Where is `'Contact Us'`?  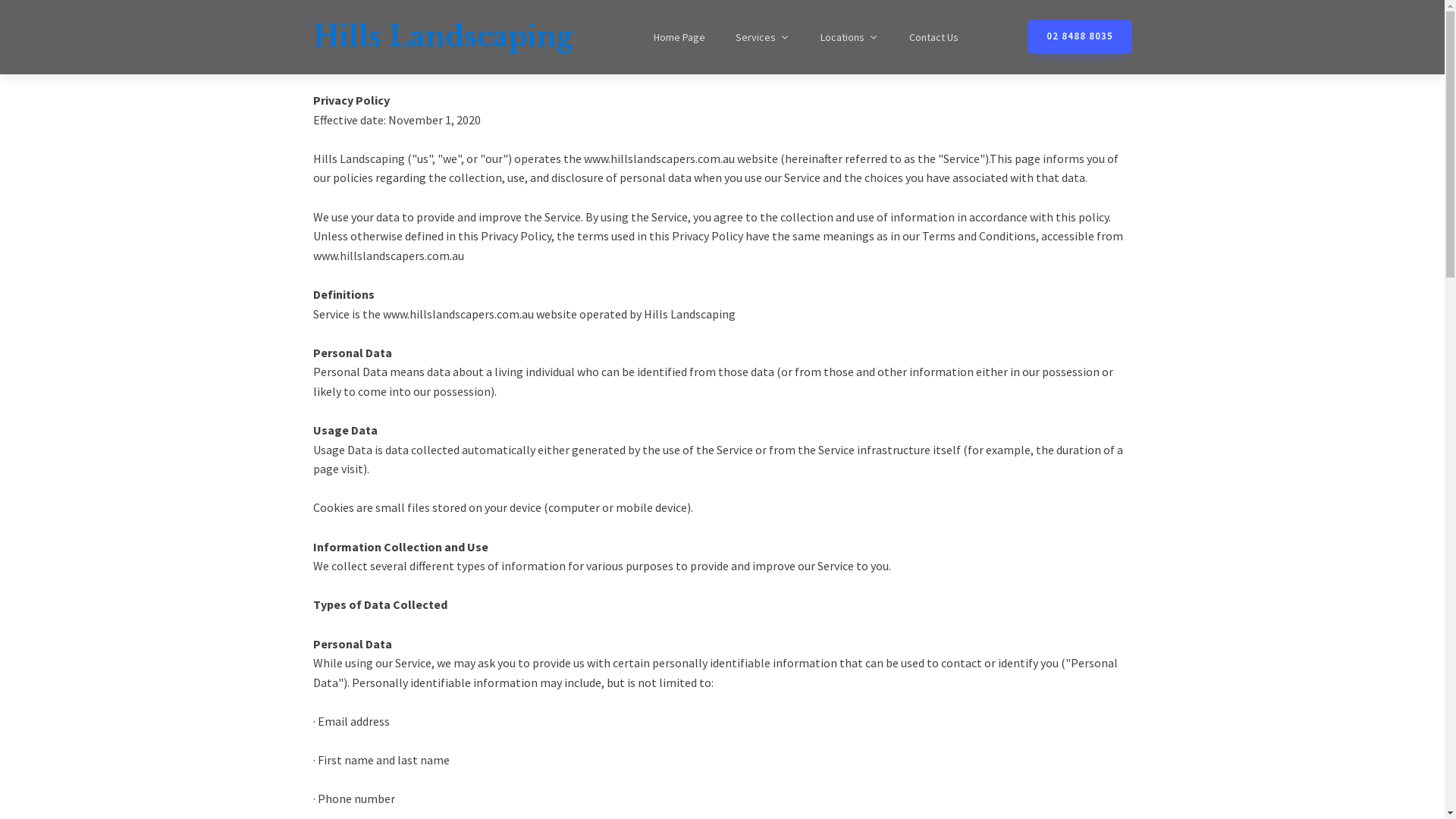
'Contact Us' is located at coordinates (893, 36).